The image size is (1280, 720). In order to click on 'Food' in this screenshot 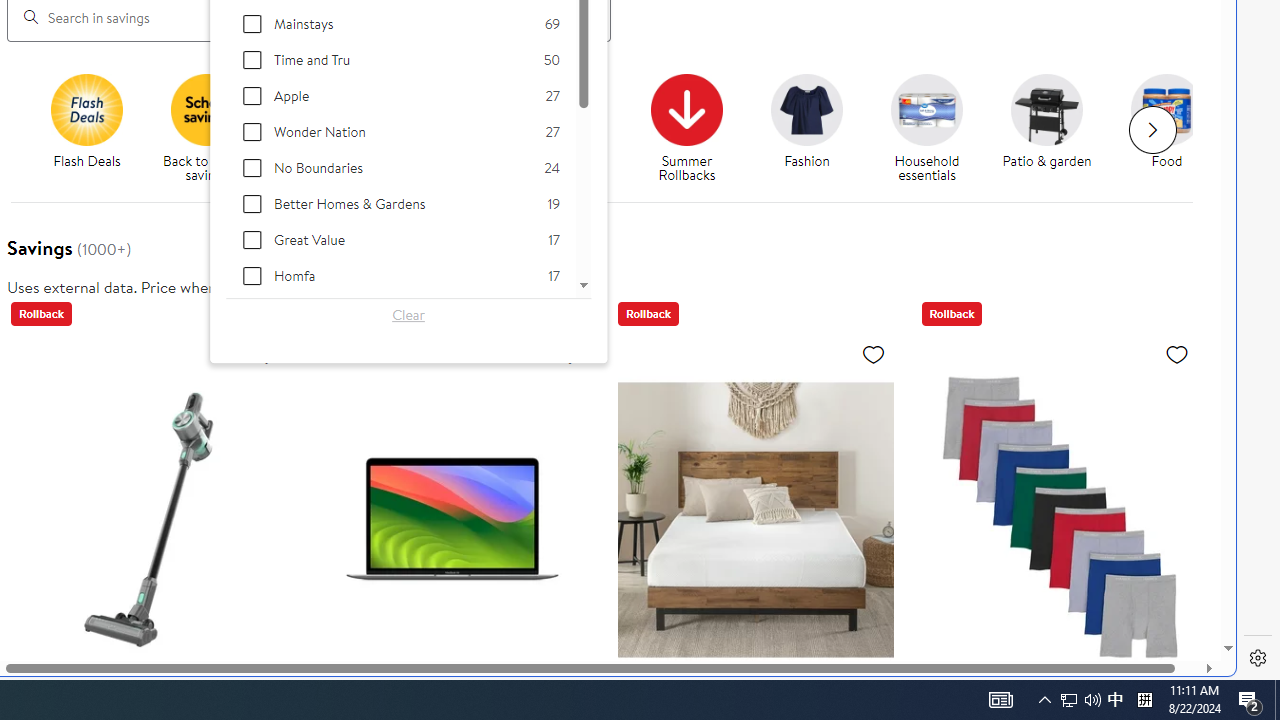, I will do `click(1175, 129)`.